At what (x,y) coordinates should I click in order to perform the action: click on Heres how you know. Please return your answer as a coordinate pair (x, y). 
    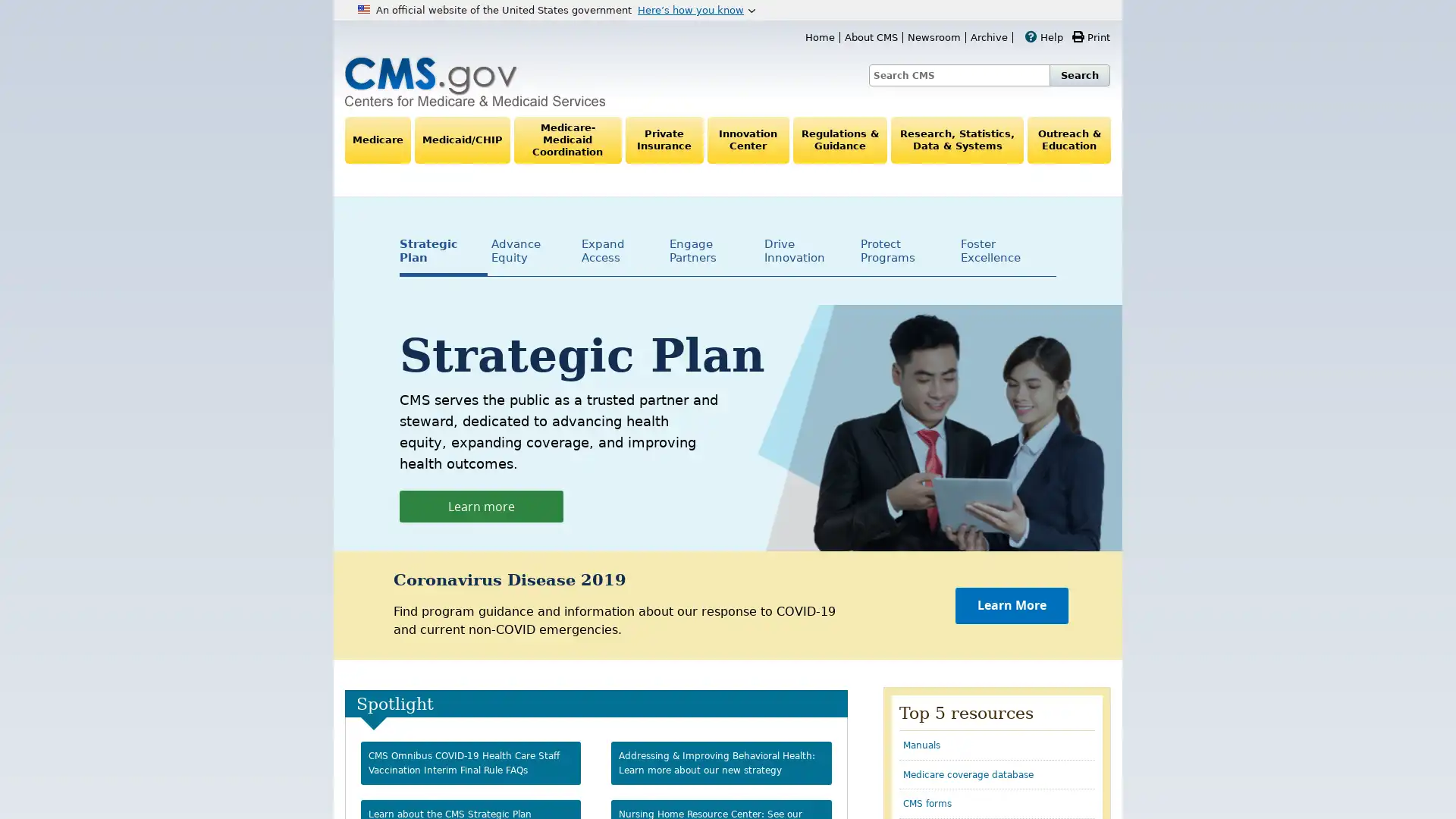
    Looking at the image, I should click on (695, 9).